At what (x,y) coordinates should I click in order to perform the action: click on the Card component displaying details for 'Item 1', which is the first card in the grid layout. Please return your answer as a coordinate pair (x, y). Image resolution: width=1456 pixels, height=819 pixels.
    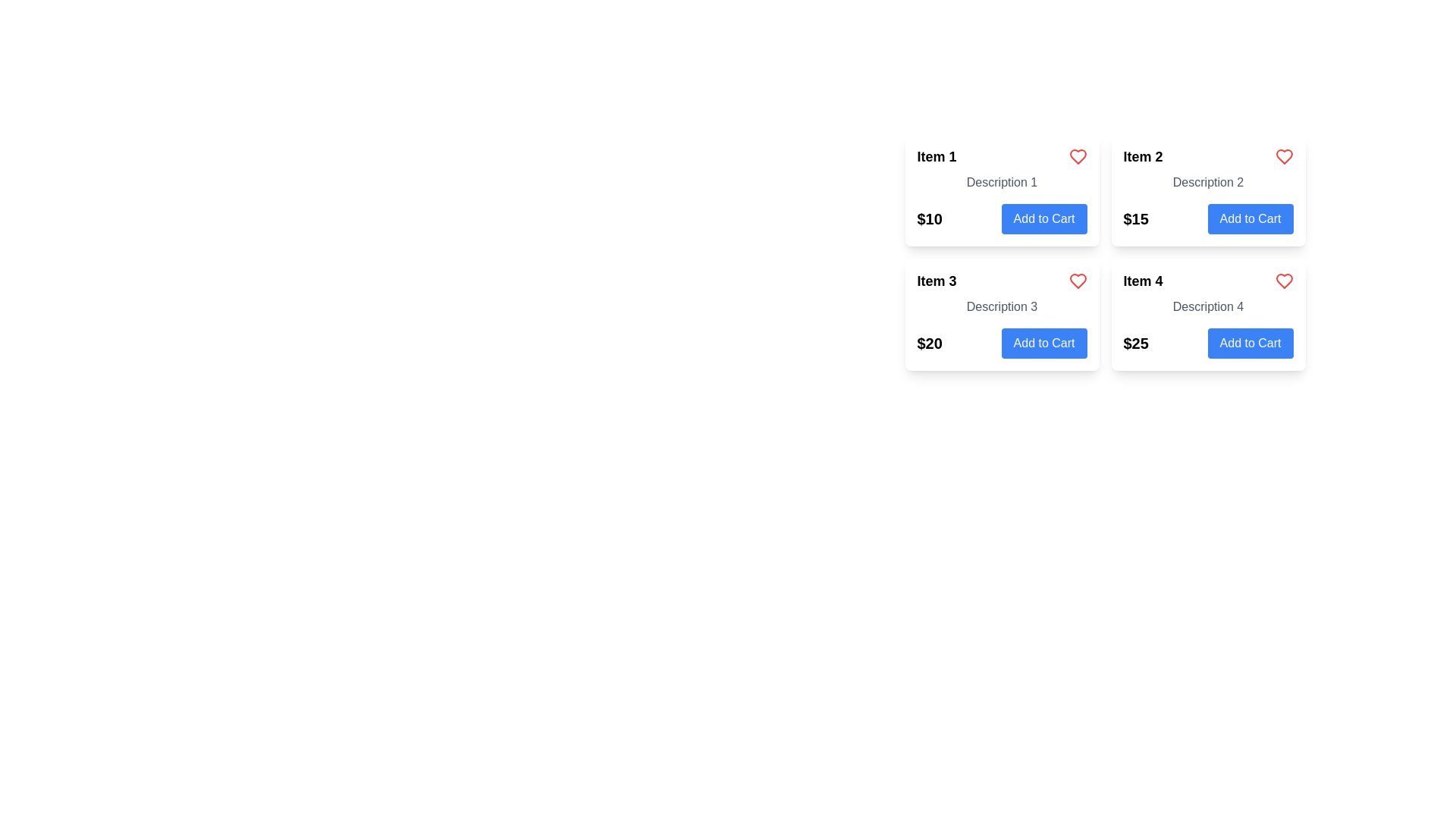
    Looking at the image, I should click on (1002, 189).